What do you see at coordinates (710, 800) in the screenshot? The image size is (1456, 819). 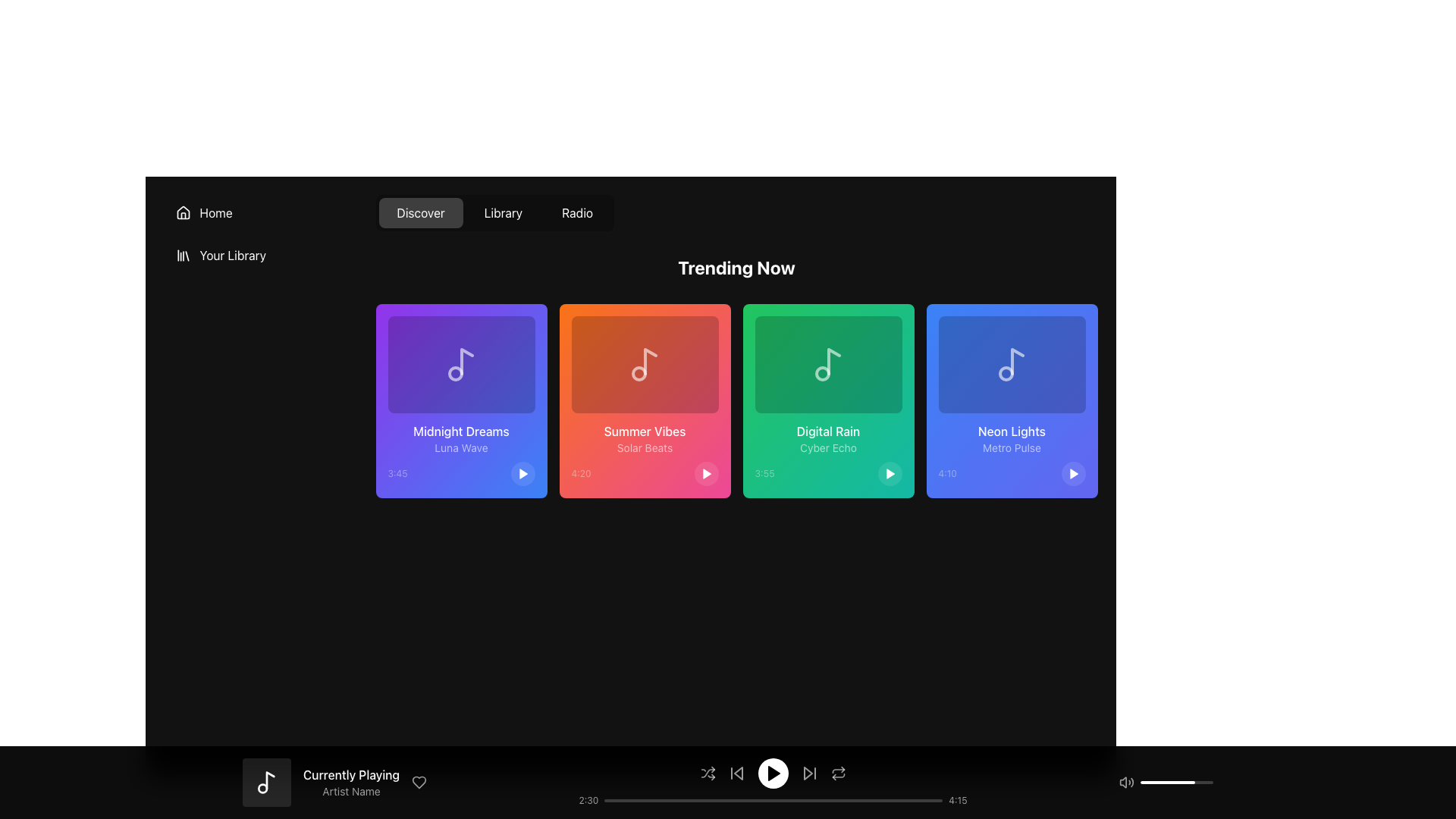 I see `playback position` at bounding box center [710, 800].